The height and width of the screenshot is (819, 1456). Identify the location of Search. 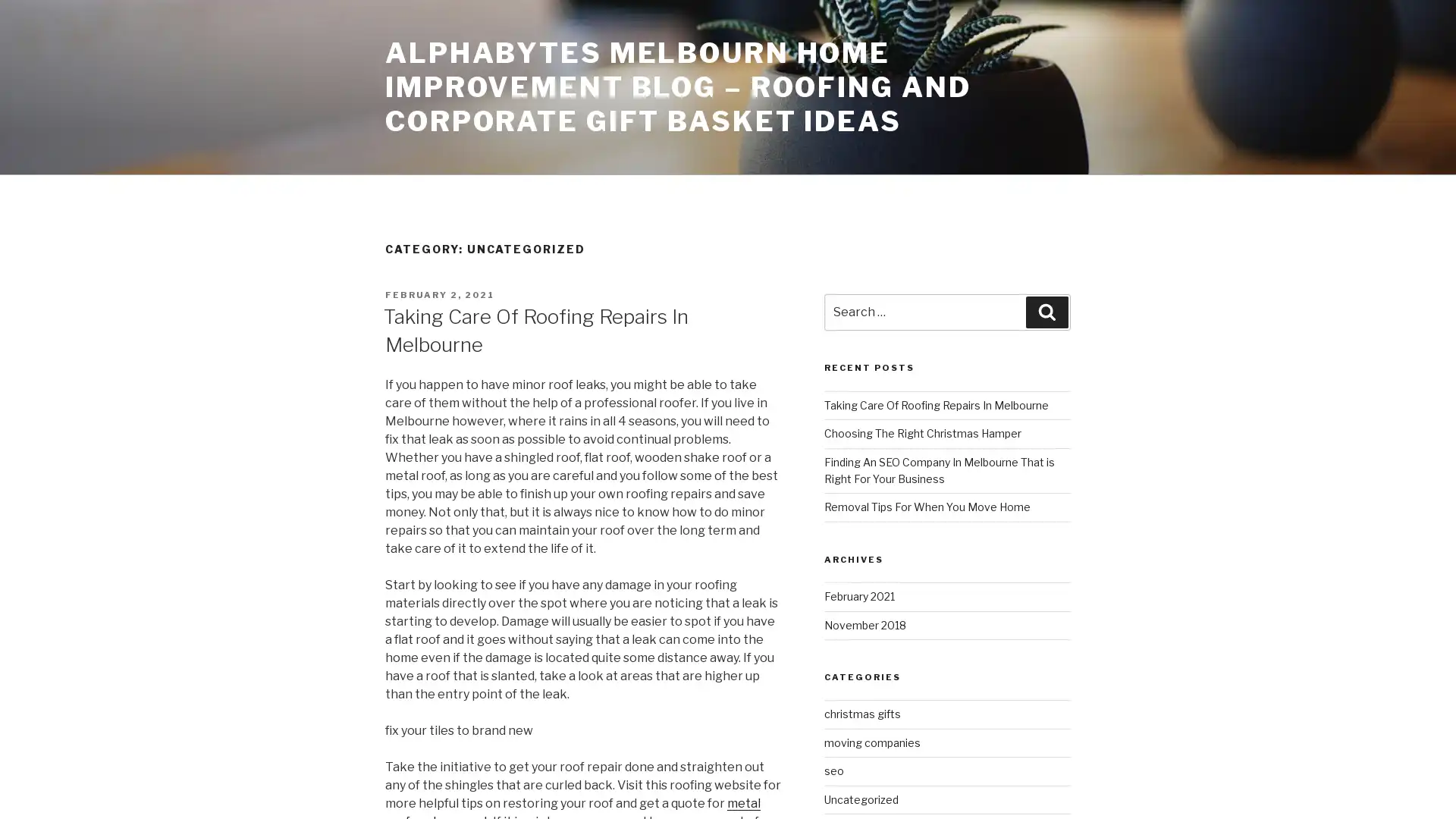
(1046, 312).